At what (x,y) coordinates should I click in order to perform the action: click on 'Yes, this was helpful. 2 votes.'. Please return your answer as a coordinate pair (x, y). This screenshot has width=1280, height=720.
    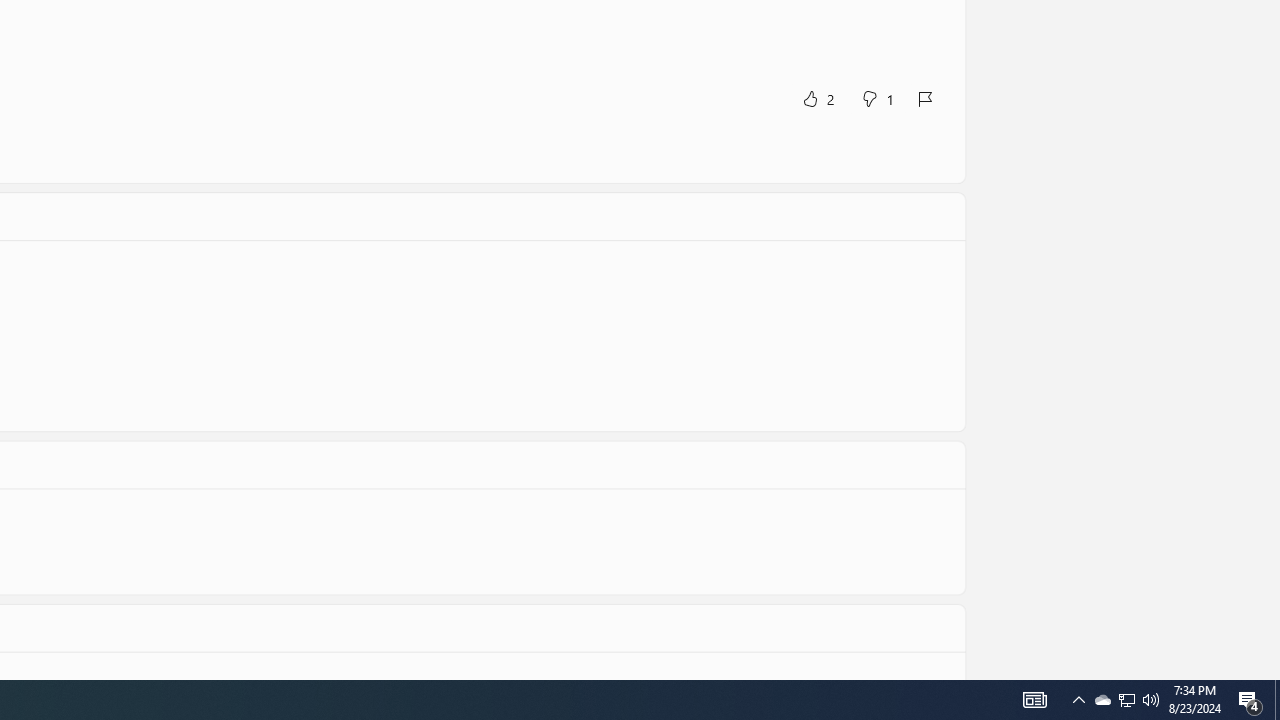
    Looking at the image, I should click on (817, 98).